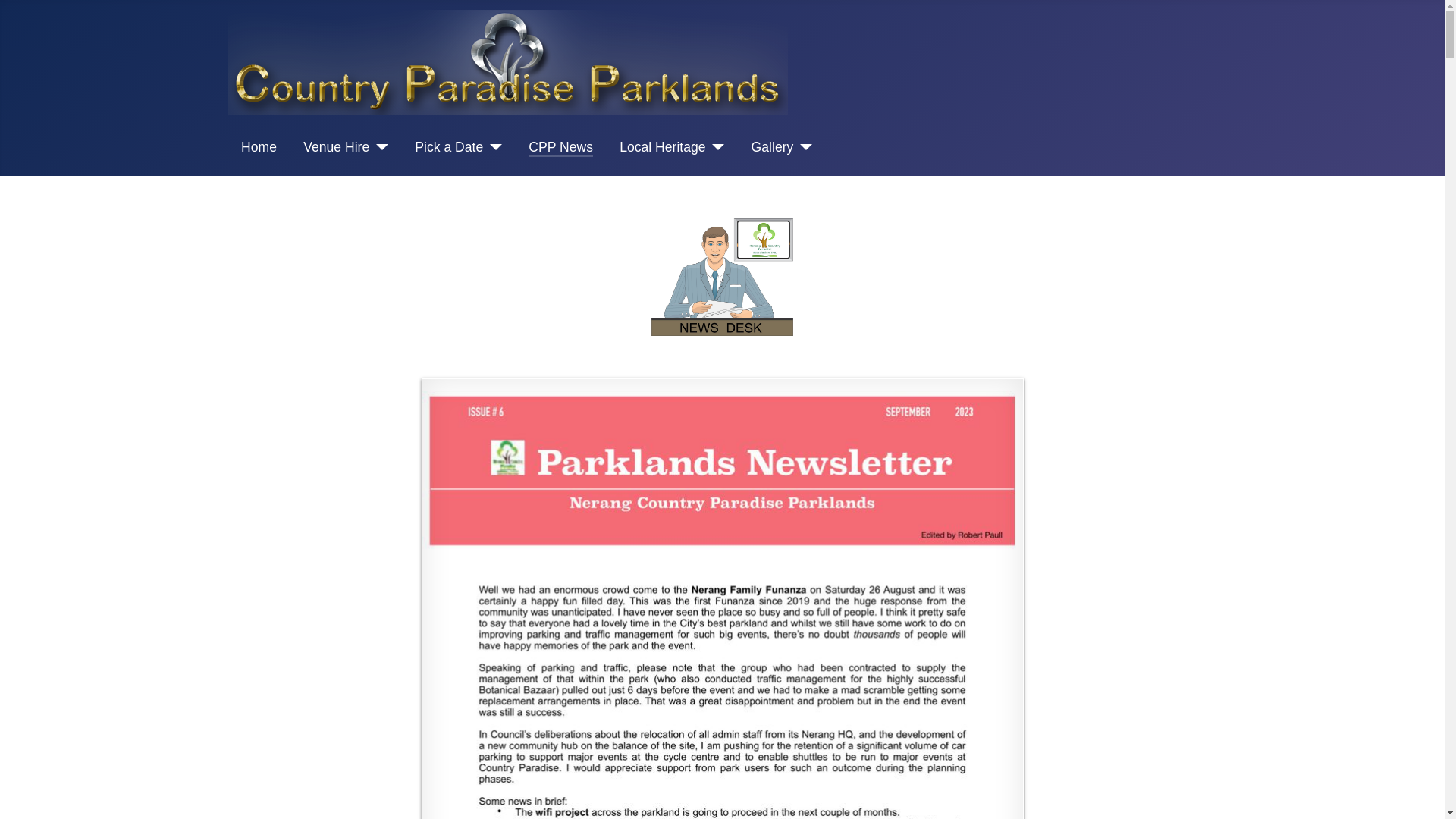 This screenshot has height=819, width=1456. Describe the element at coordinates (345, 146) in the screenshot. I see `'Venue Hire'` at that location.